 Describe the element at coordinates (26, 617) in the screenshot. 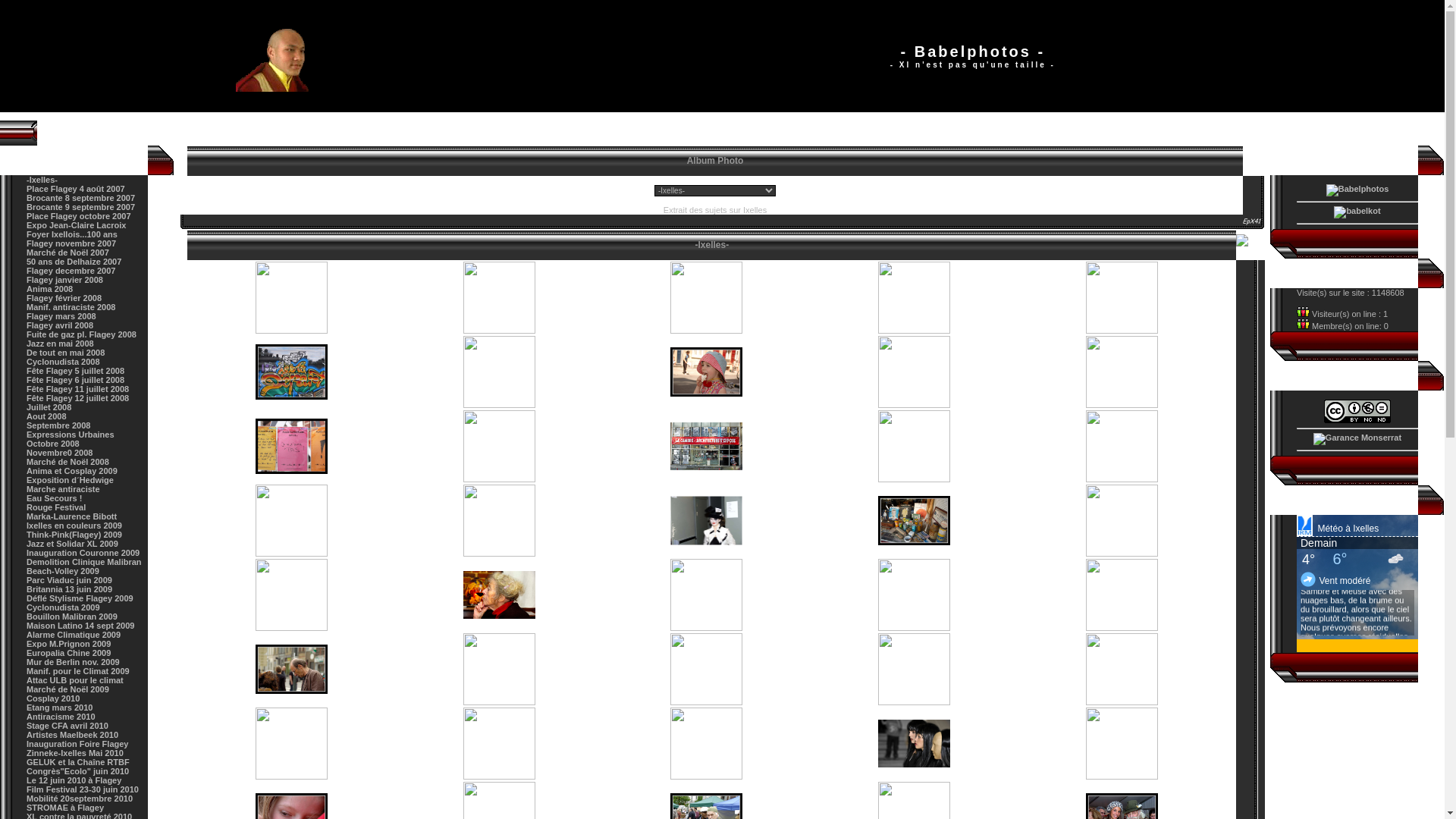

I see `'Bouillon Malibran 2009'` at that location.